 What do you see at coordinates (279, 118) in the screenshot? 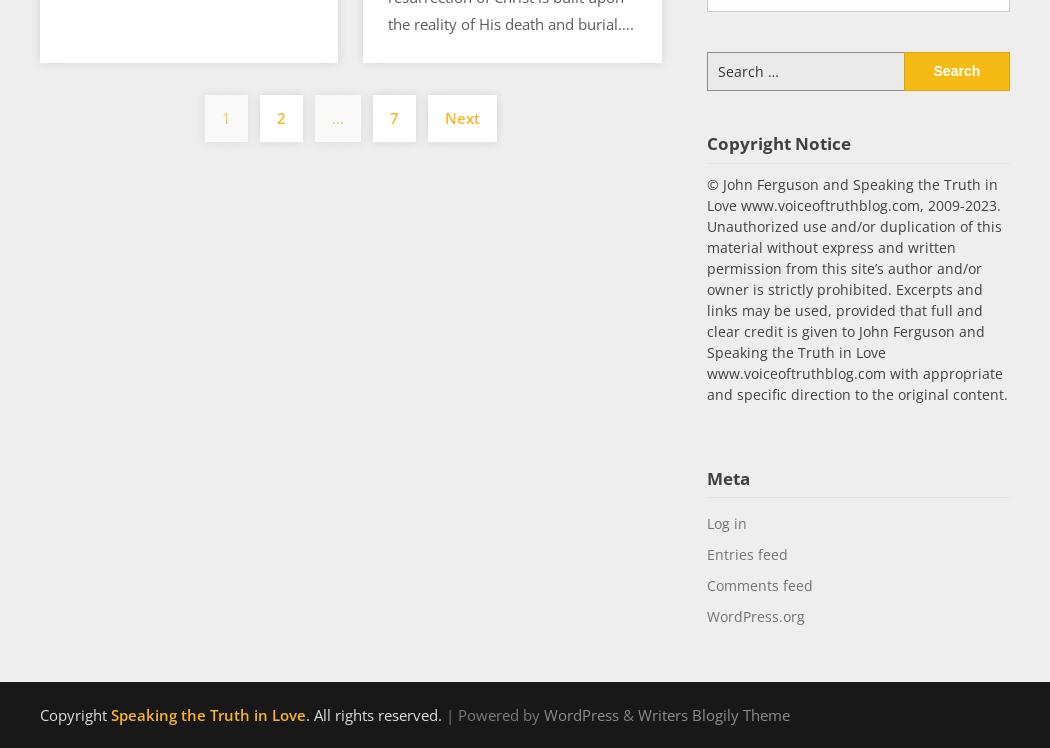
I see `'2'` at bounding box center [279, 118].